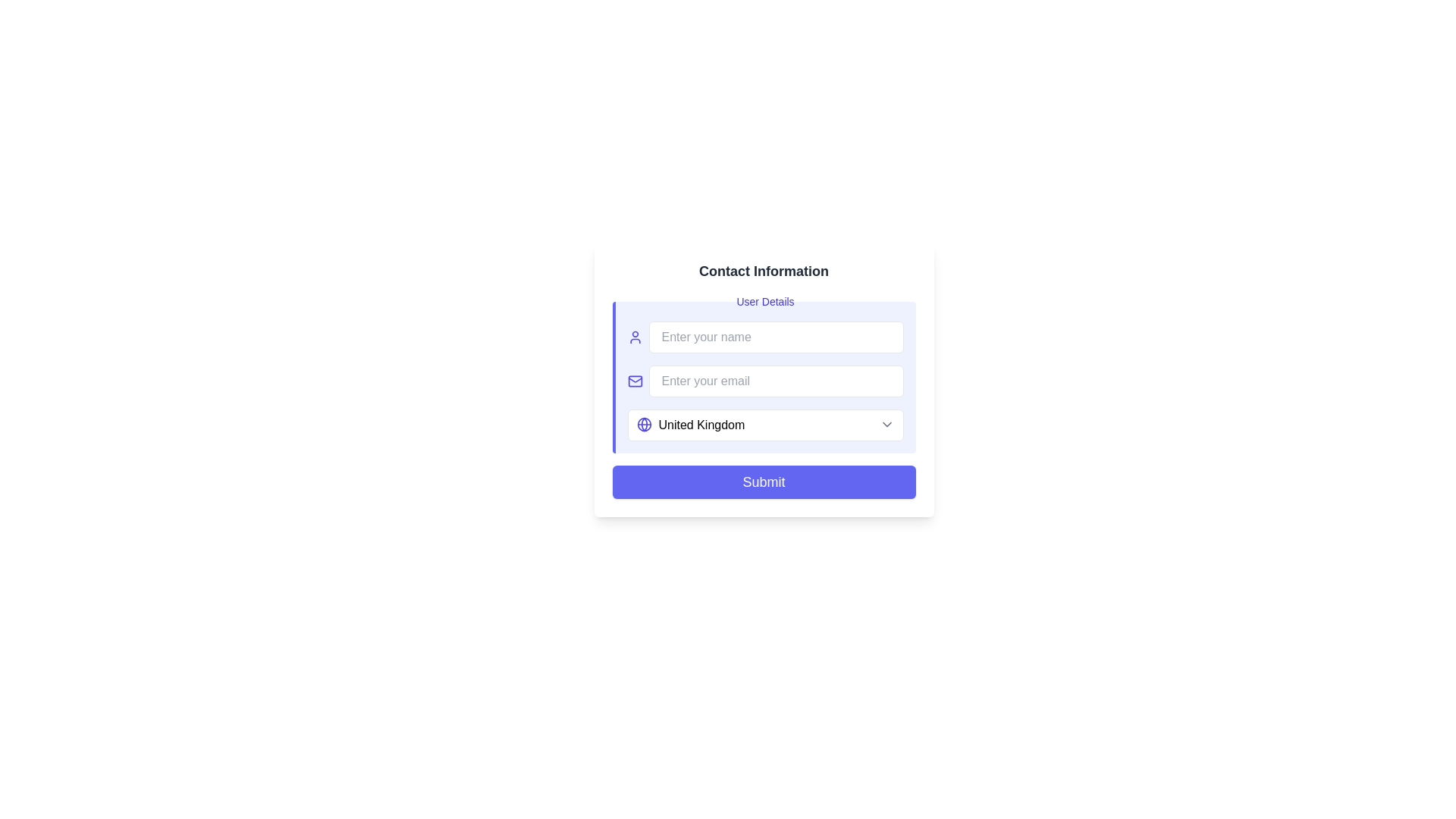 The height and width of the screenshot is (819, 1456). I want to click on the downwards pointing chevron icon located at the right side of the country selection field adjacent to 'United Kingdom', so click(886, 424).